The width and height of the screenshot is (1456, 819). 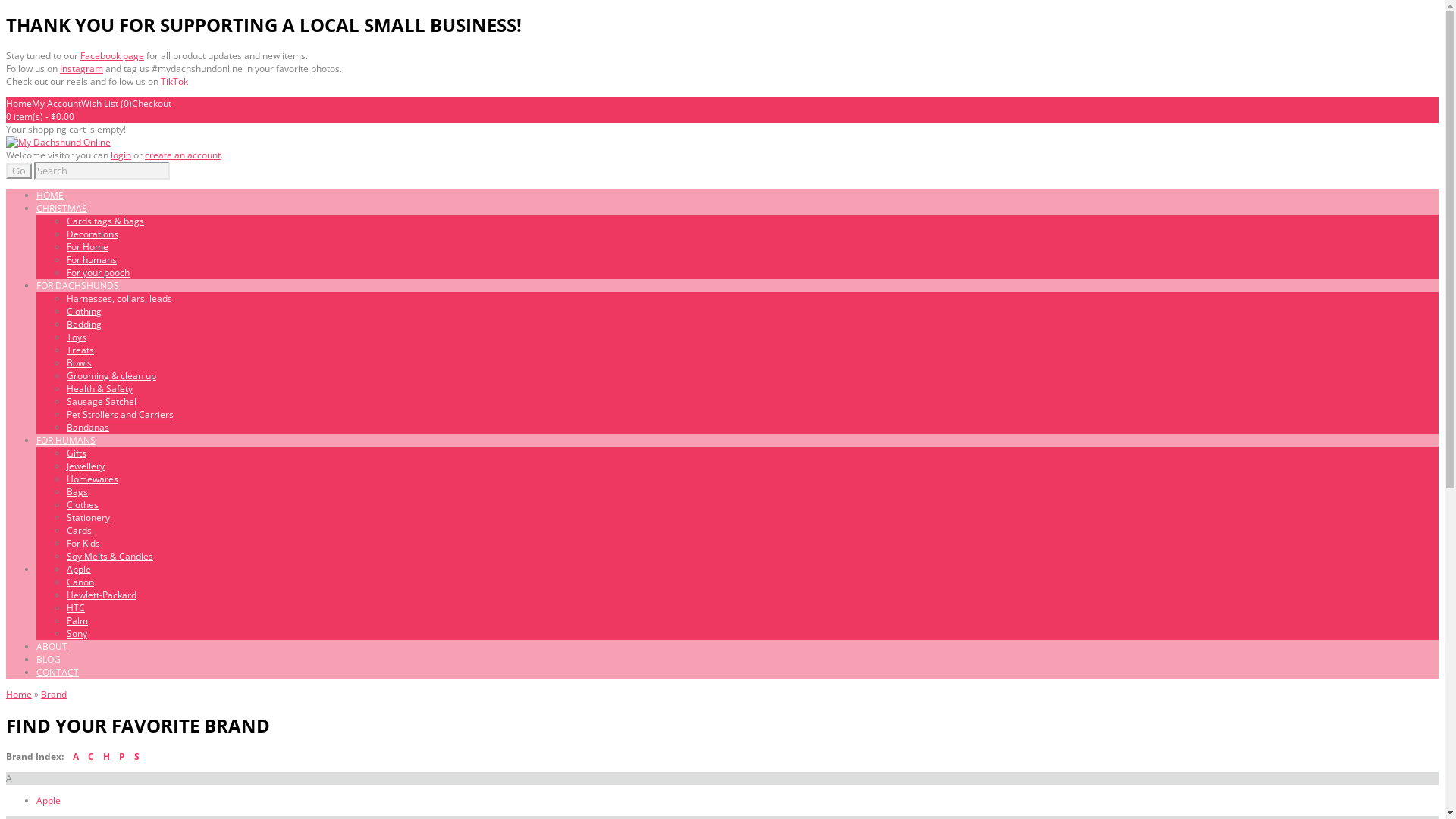 What do you see at coordinates (101, 400) in the screenshot?
I see `'Sausage Satchel'` at bounding box center [101, 400].